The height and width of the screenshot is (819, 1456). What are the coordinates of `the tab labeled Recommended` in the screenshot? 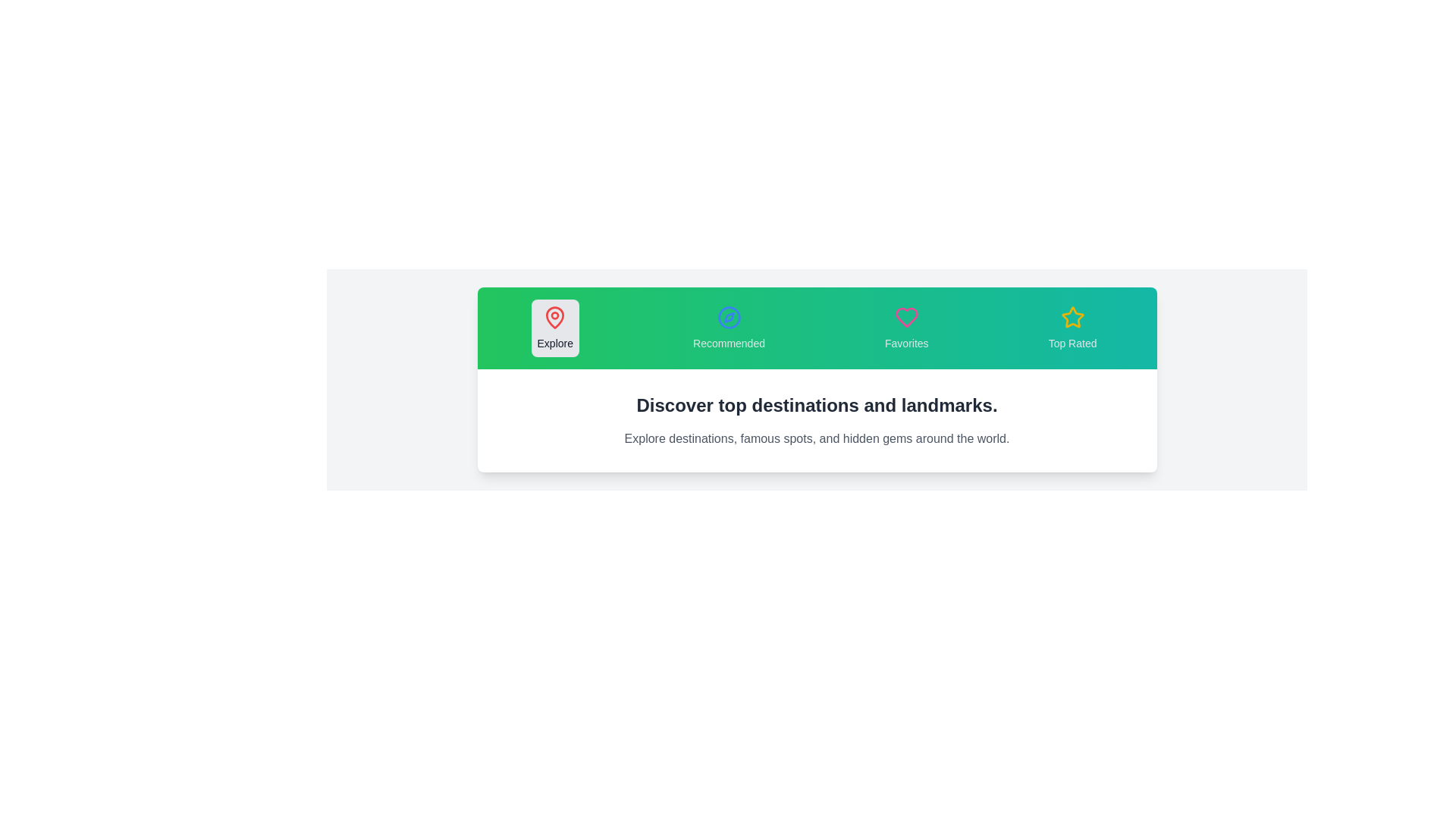 It's located at (729, 327).